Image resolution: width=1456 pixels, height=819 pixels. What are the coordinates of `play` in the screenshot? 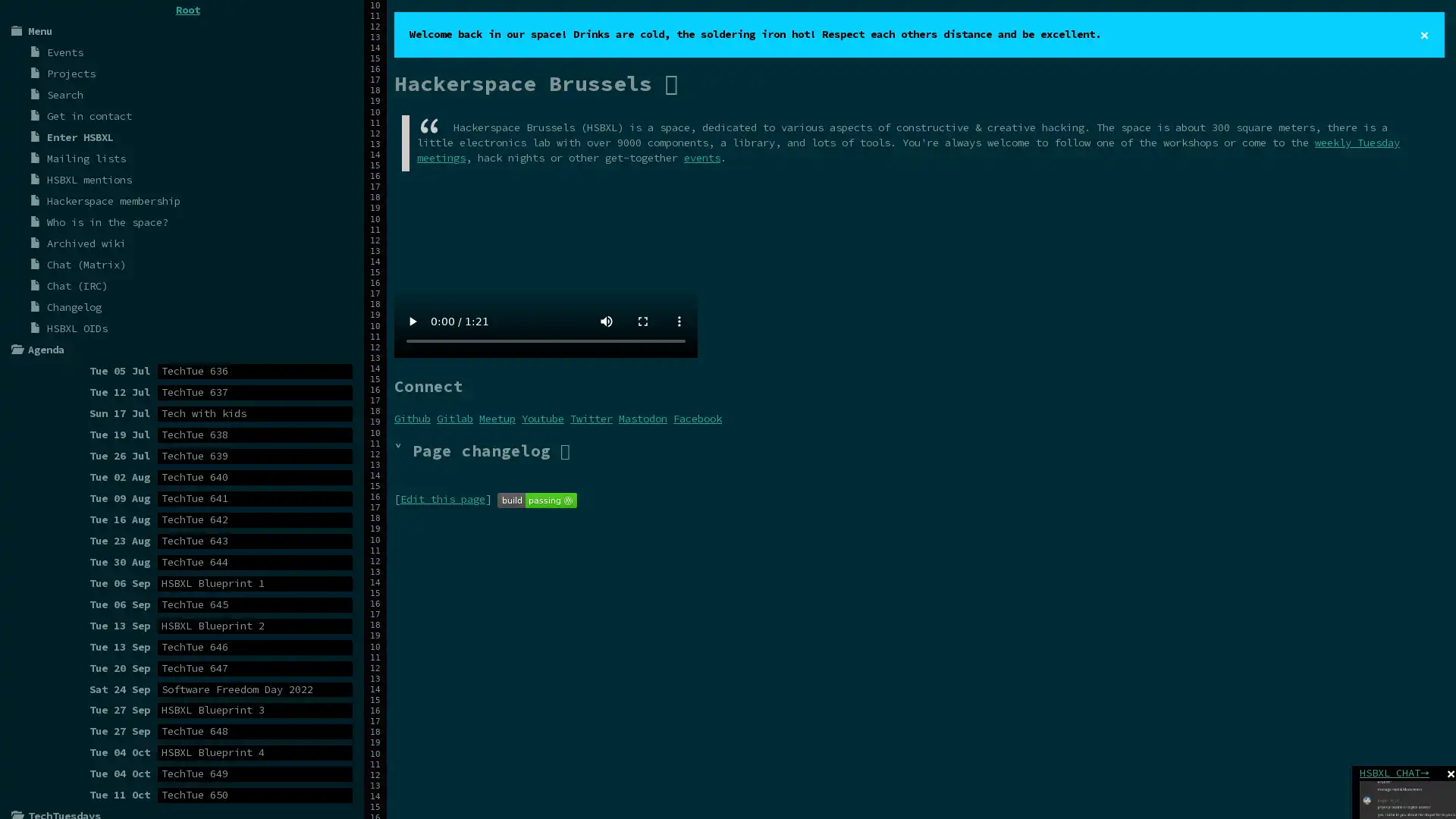 It's located at (412, 320).